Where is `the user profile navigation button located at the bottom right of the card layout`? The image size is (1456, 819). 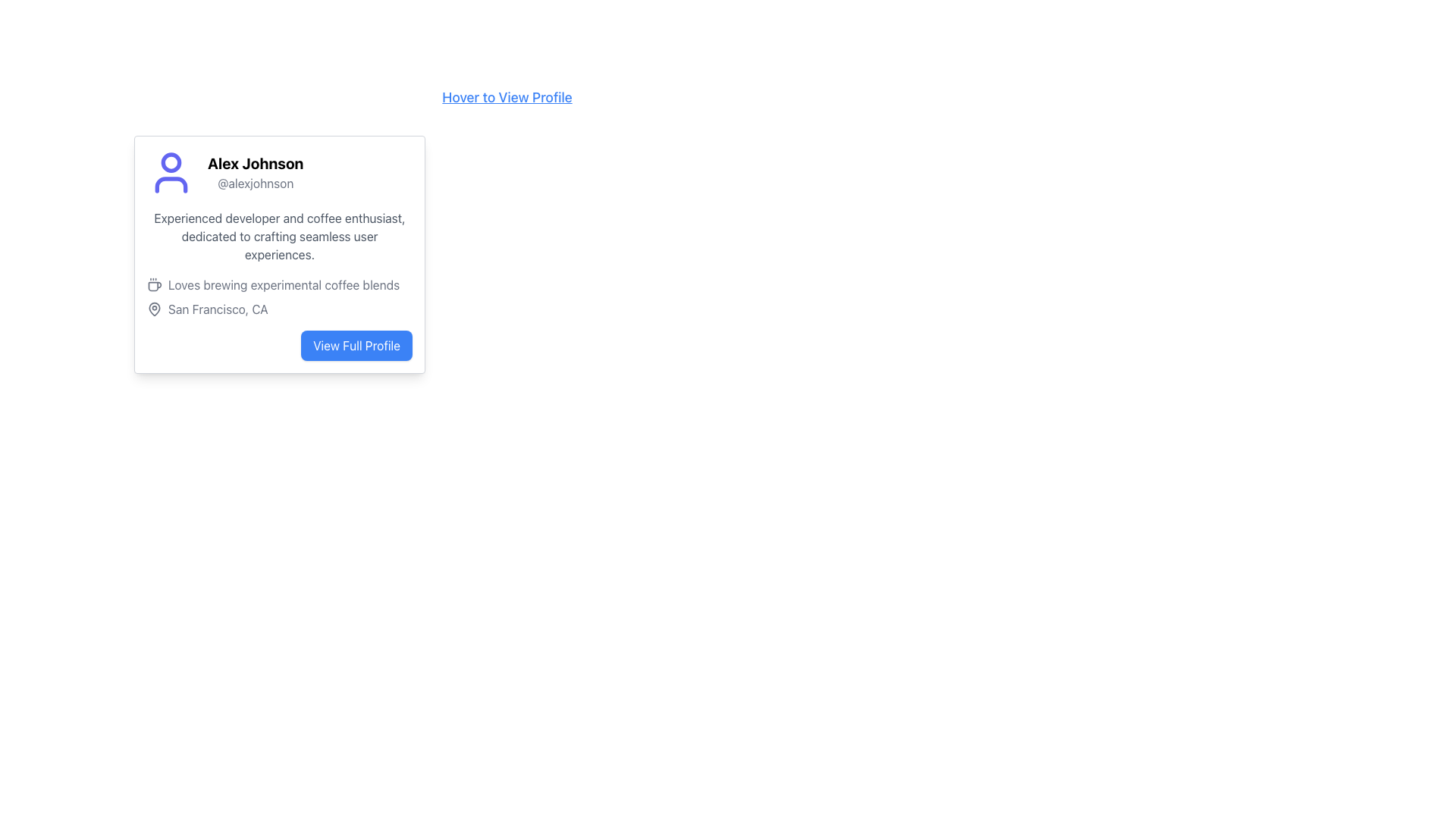 the user profile navigation button located at the bottom right of the card layout is located at coordinates (280, 345).